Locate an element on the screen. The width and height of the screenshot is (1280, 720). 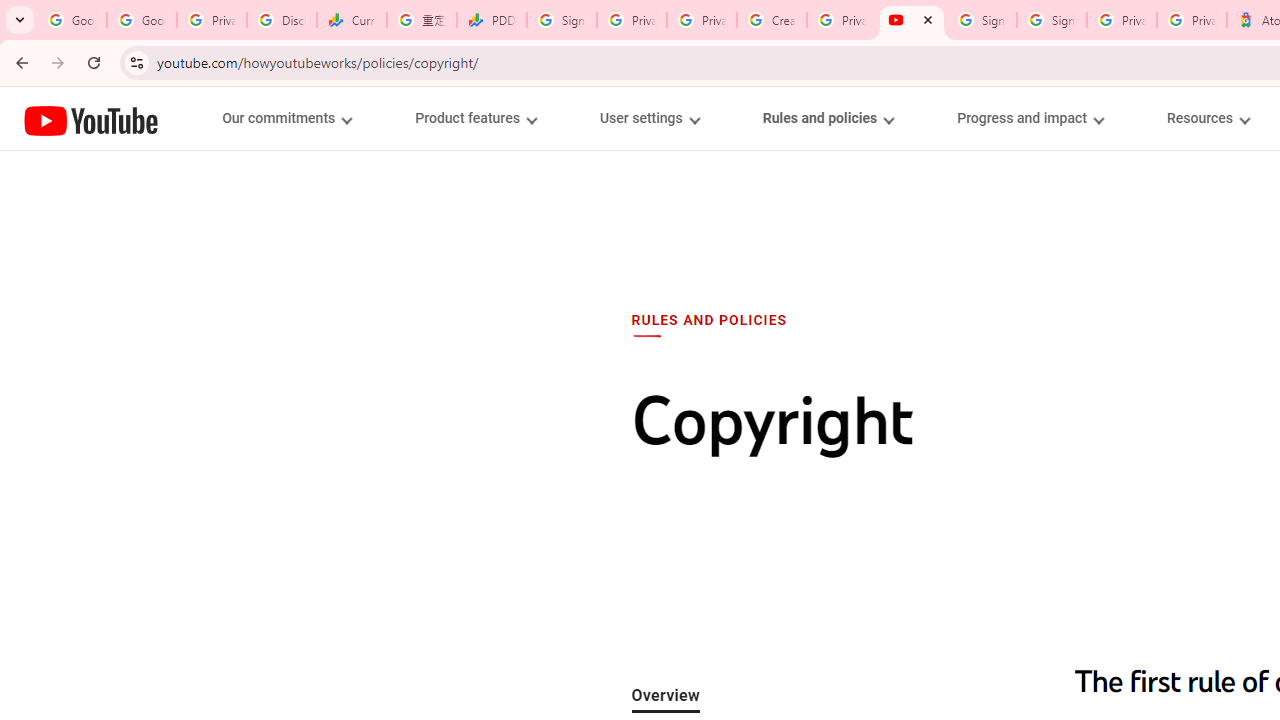
'YouTube Copyright Rules & Policies - How YouTube Works' is located at coordinates (911, 20).